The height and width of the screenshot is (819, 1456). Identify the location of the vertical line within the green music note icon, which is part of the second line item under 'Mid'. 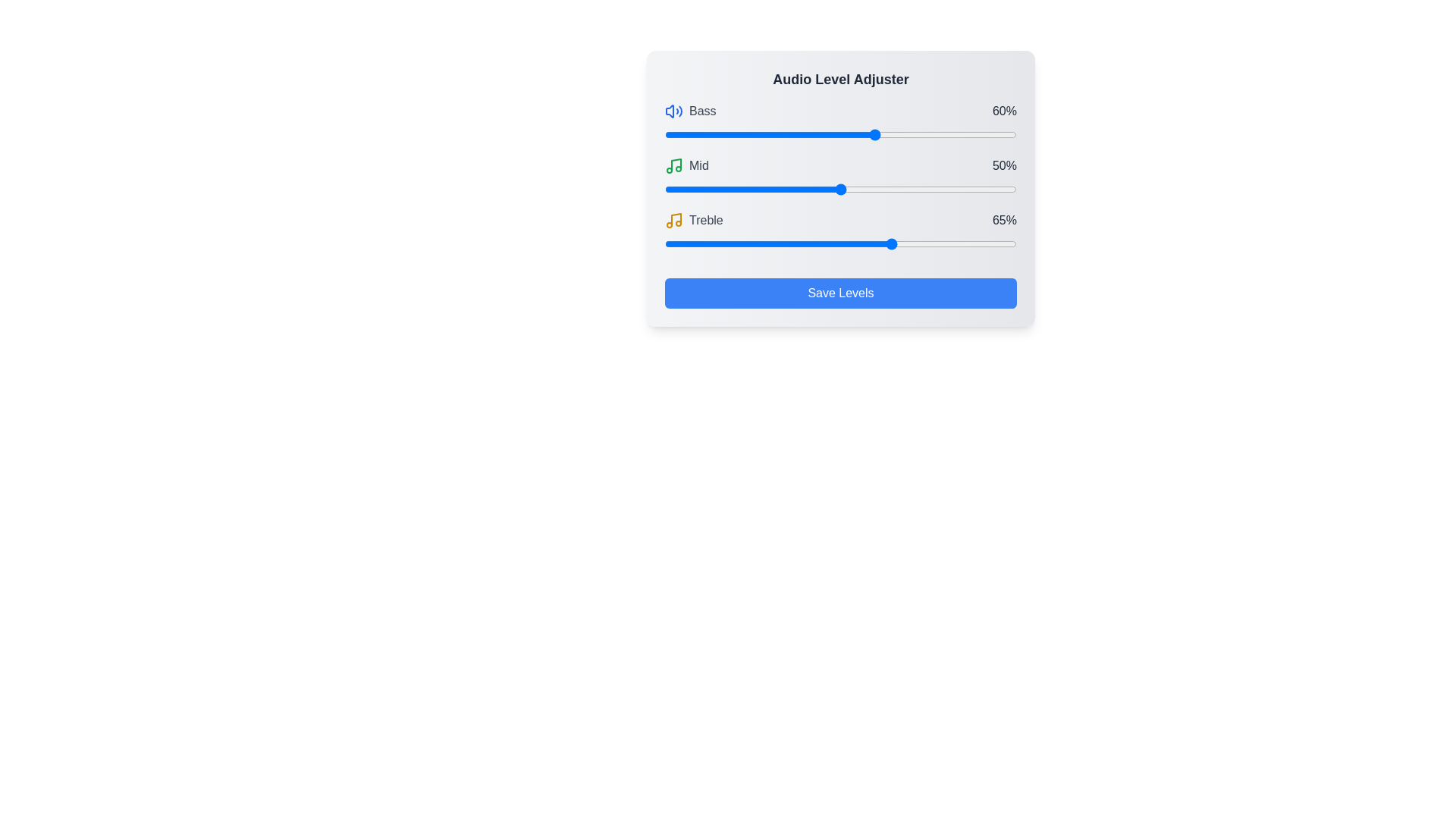
(676, 165).